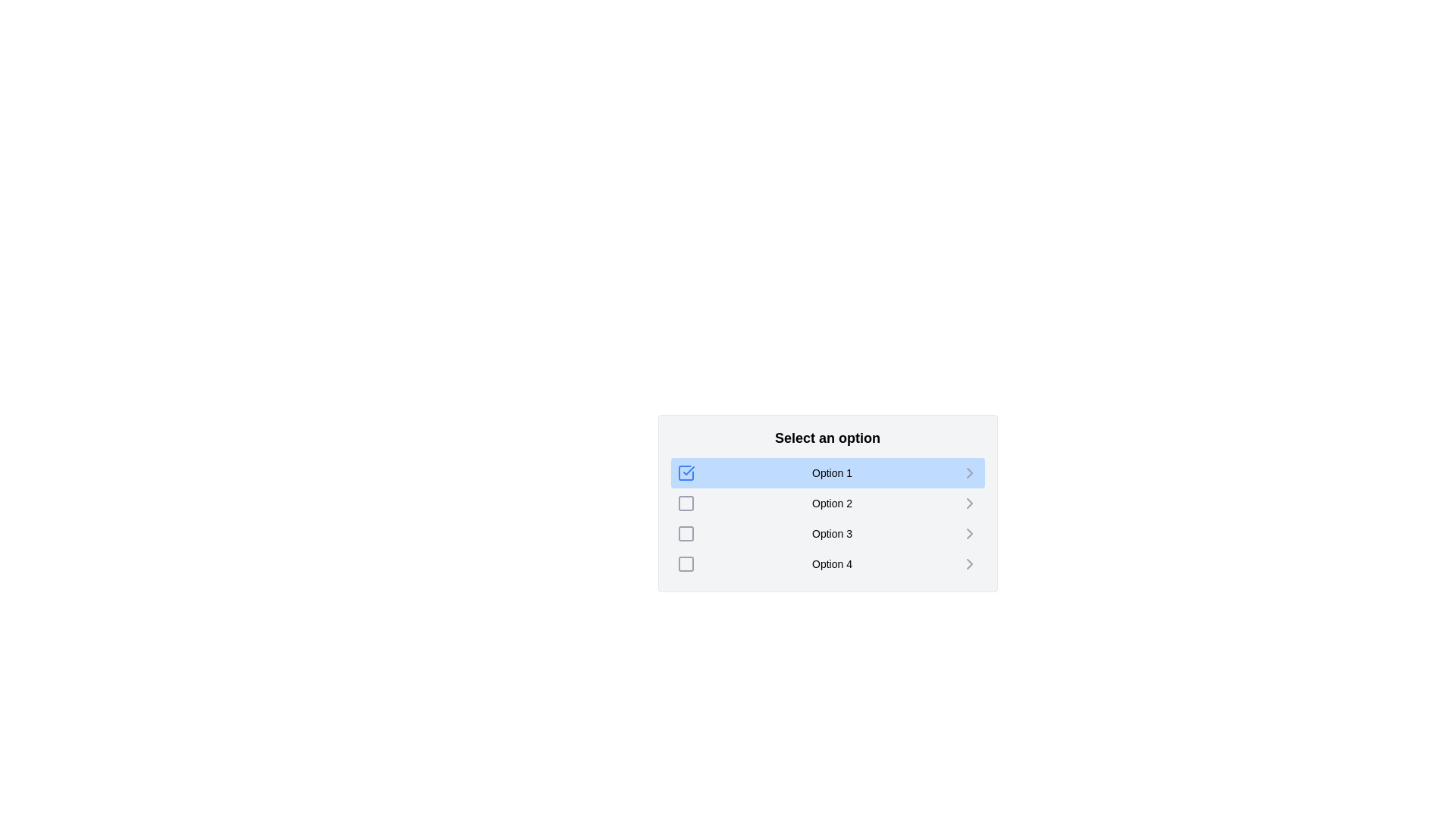 The image size is (1456, 819). I want to click on the checked state of the checkbox icon located on the left side of 'Option 1' in the selectable list, so click(685, 472).